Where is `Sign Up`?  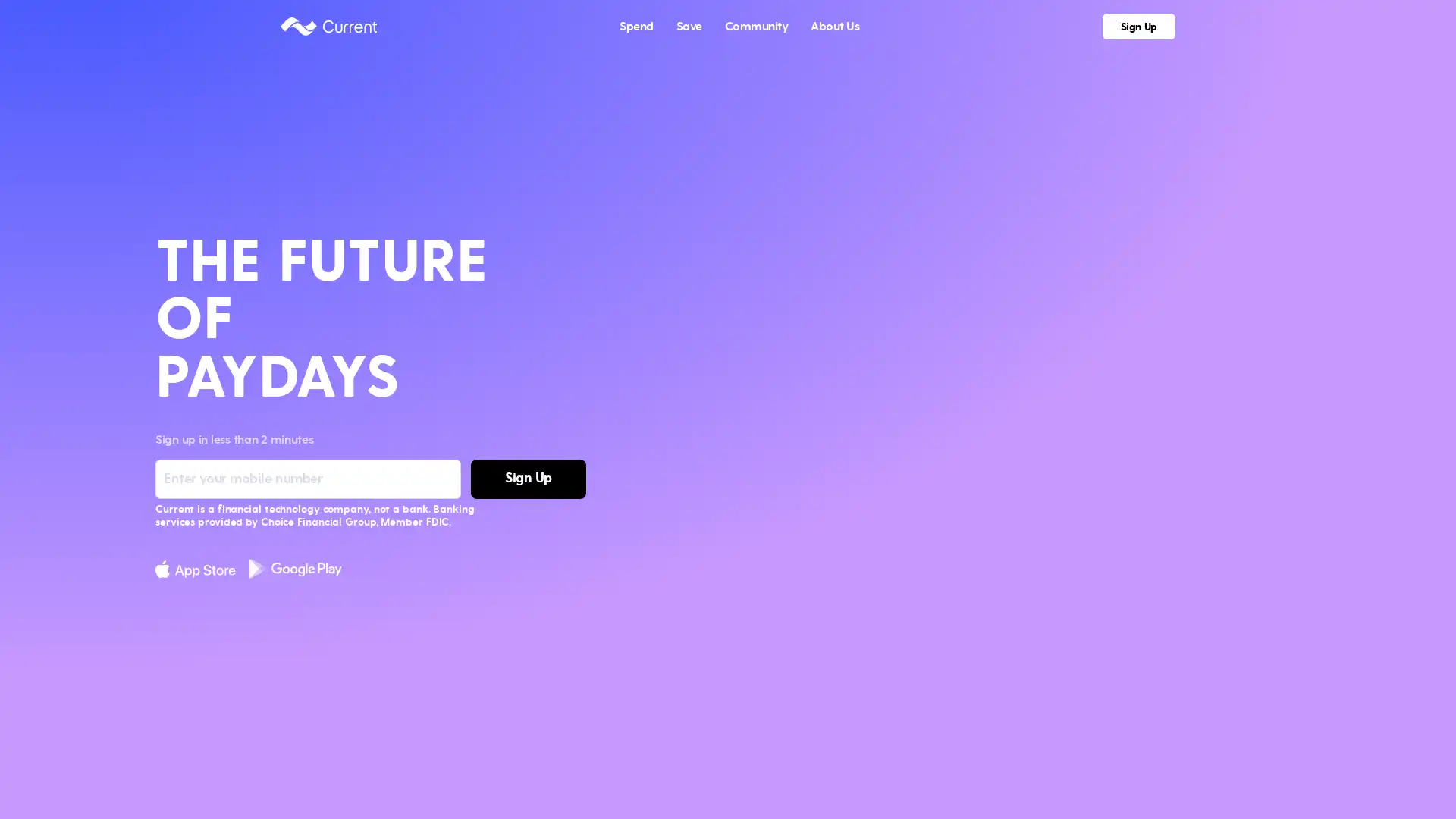 Sign Up is located at coordinates (1135, 26).